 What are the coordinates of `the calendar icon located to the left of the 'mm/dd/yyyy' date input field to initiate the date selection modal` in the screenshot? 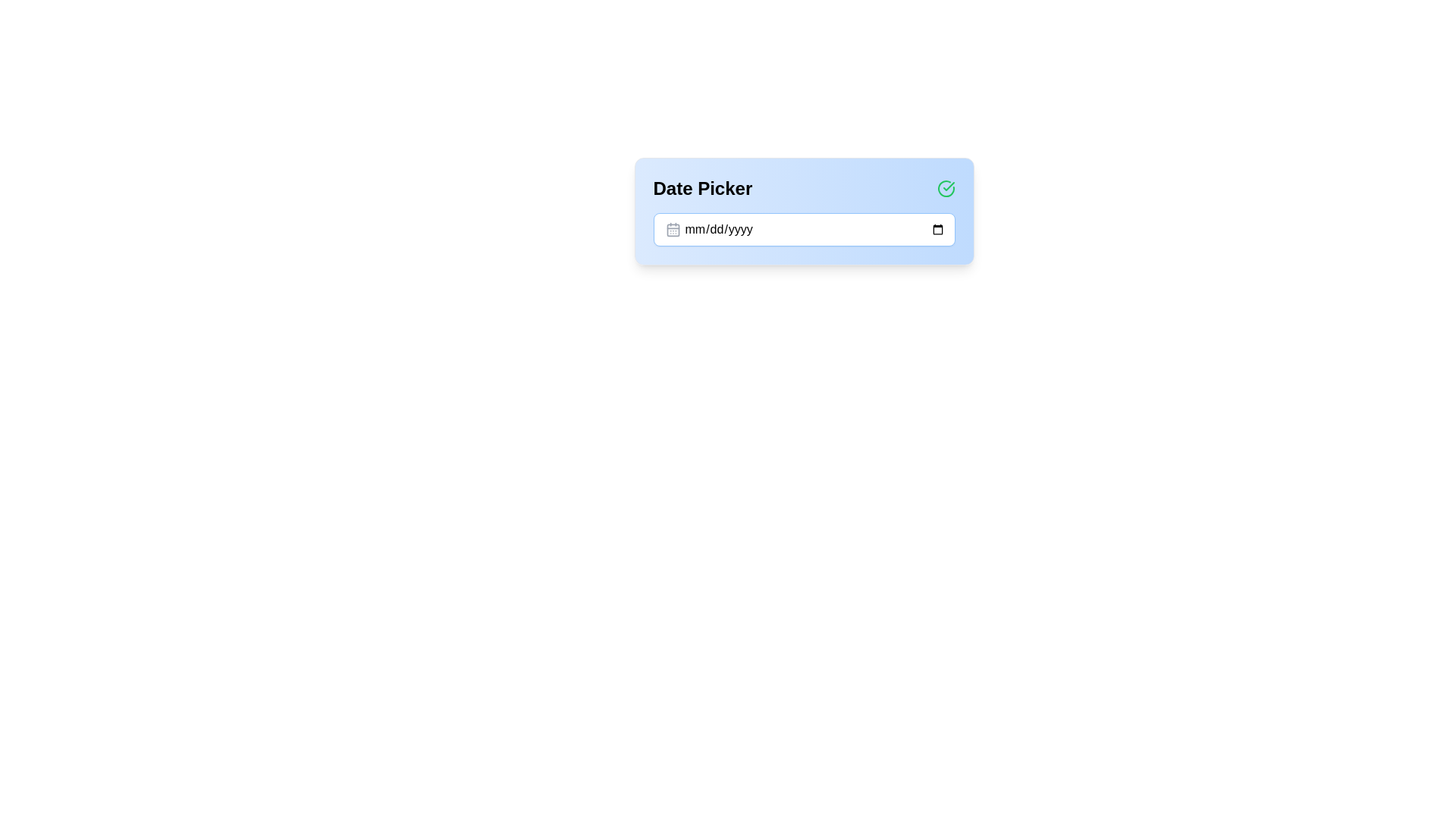 It's located at (672, 230).